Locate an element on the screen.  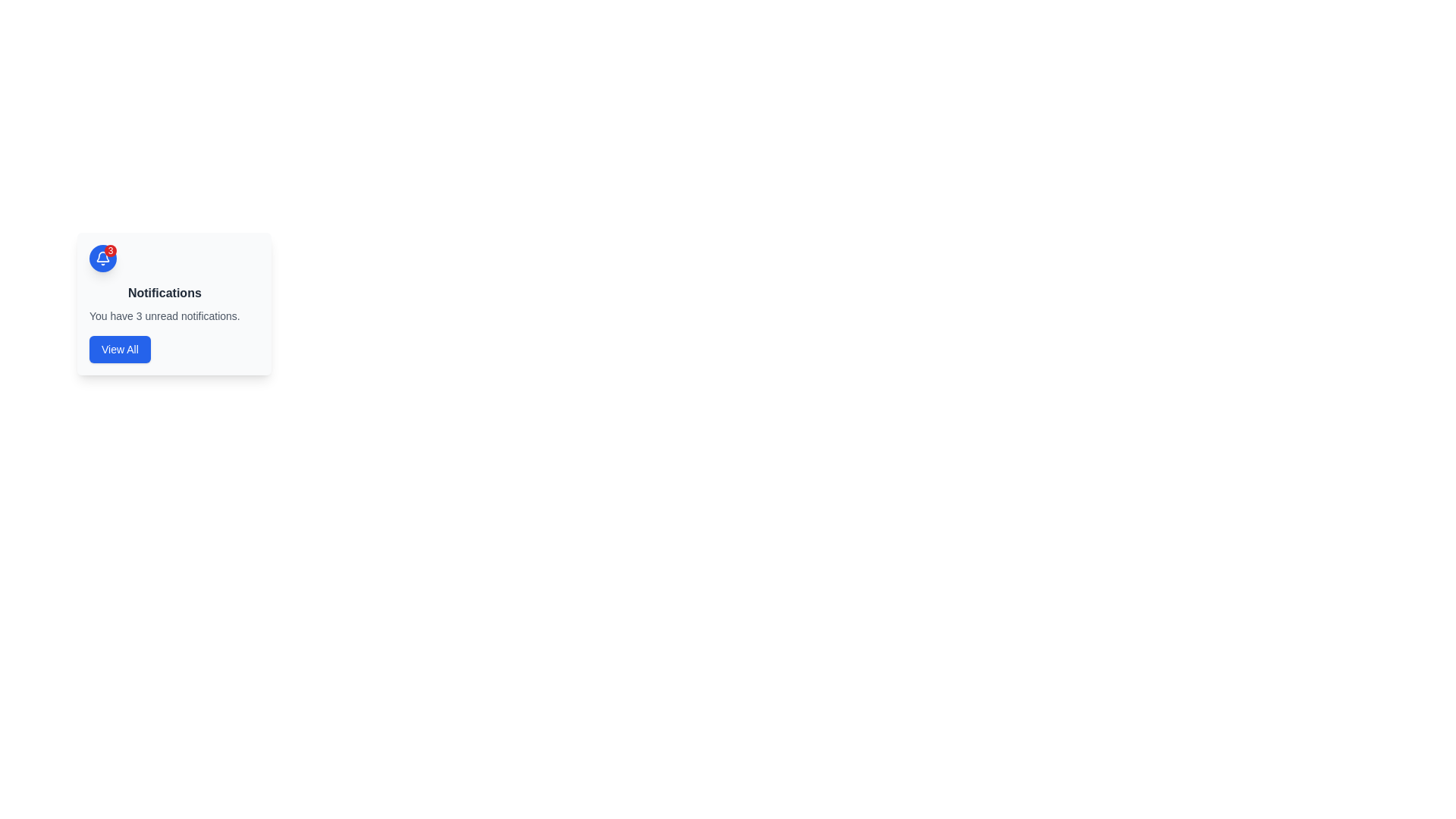
the notification badge located at the top-right part of the blue circular icon with a white bell symbol is located at coordinates (109, 250).